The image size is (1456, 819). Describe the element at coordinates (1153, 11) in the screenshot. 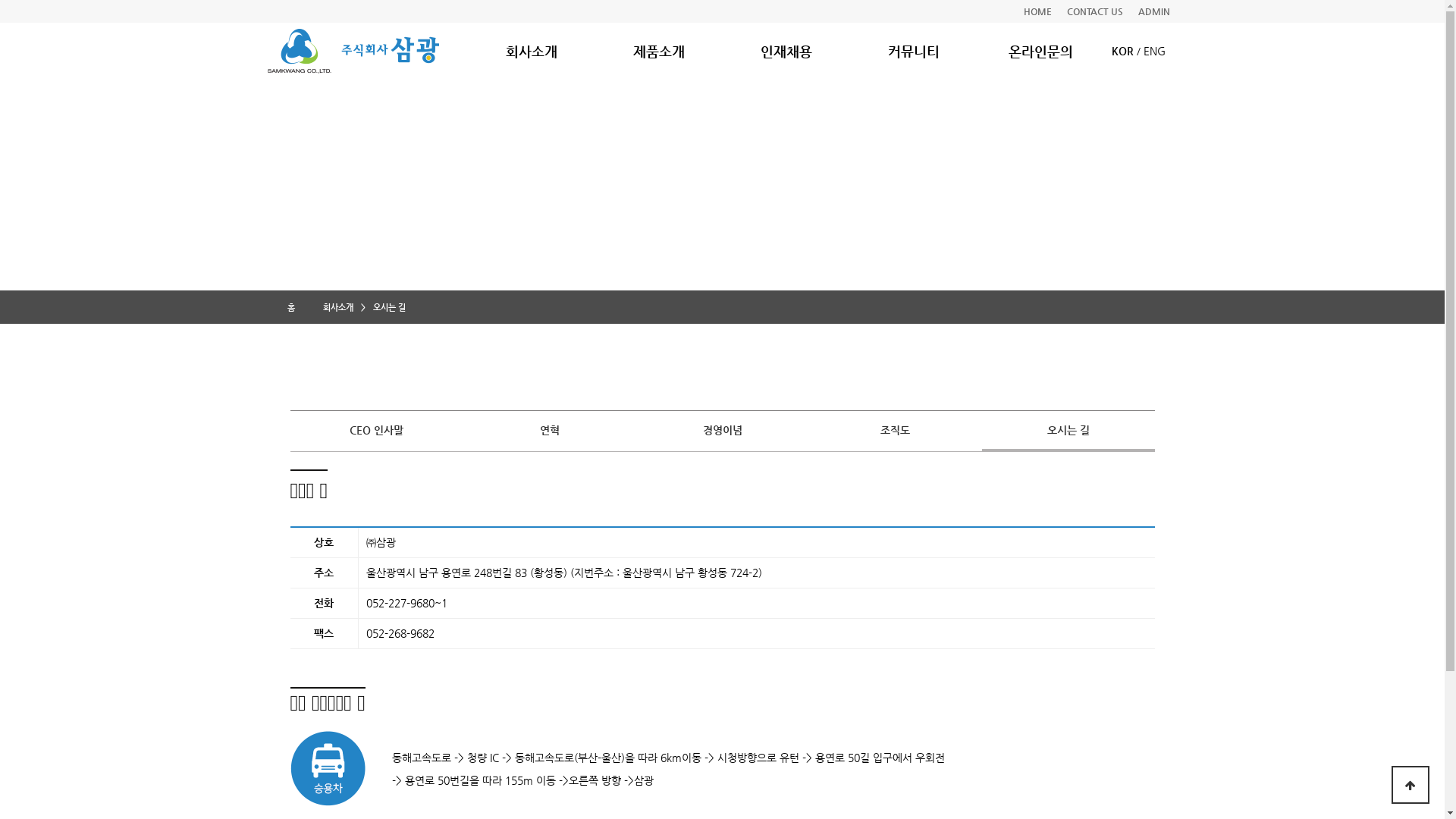

I see `'ADMIN'` at that location.